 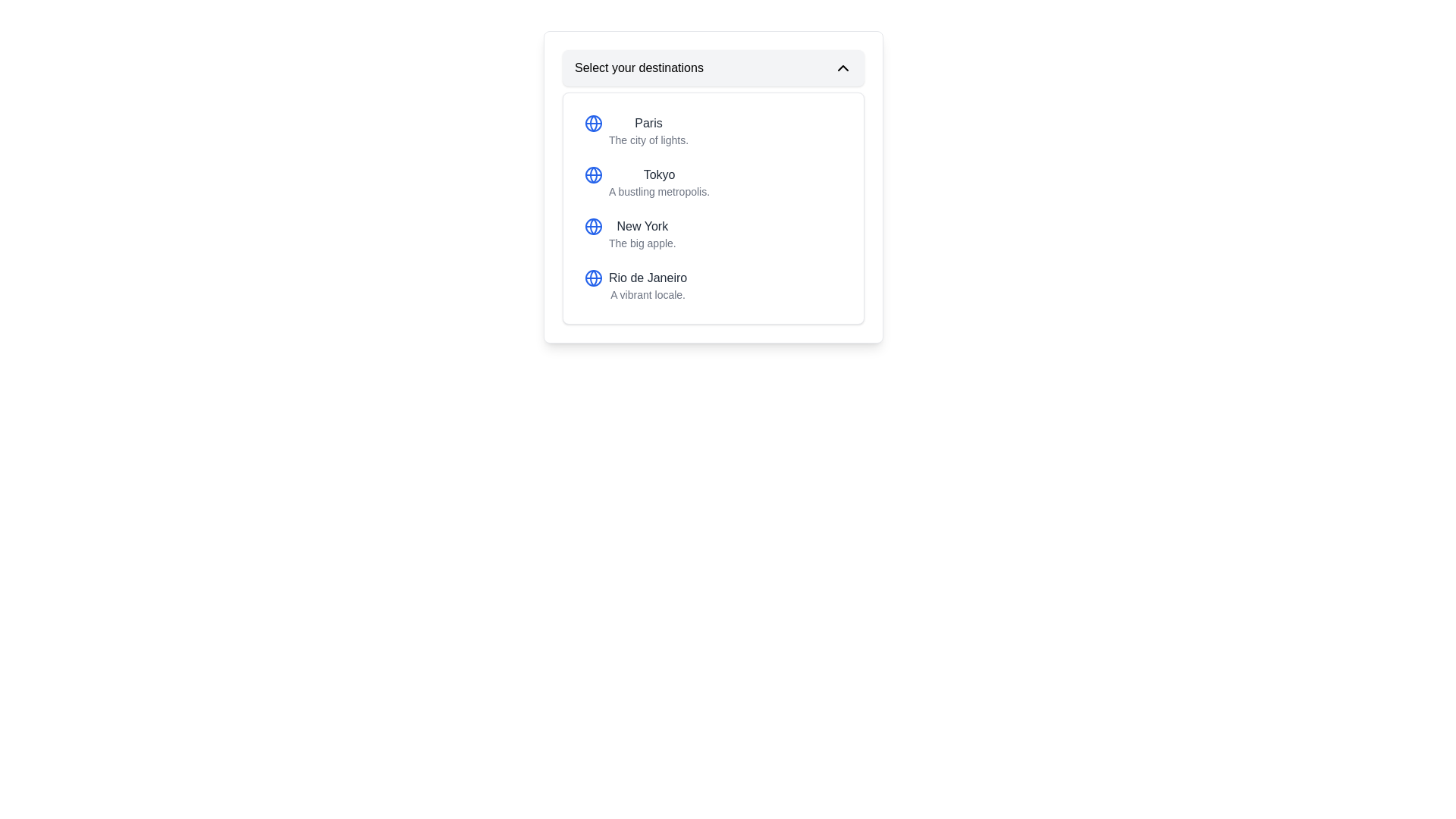 What do you see at coordinates (648, 286) in the screenshot?
I see `the list item displaying the text 'Rio de Janeiro' with the phrase 'A vibrant locale.' in a dropdown panel of destinations` at bounding box center [648, 286].